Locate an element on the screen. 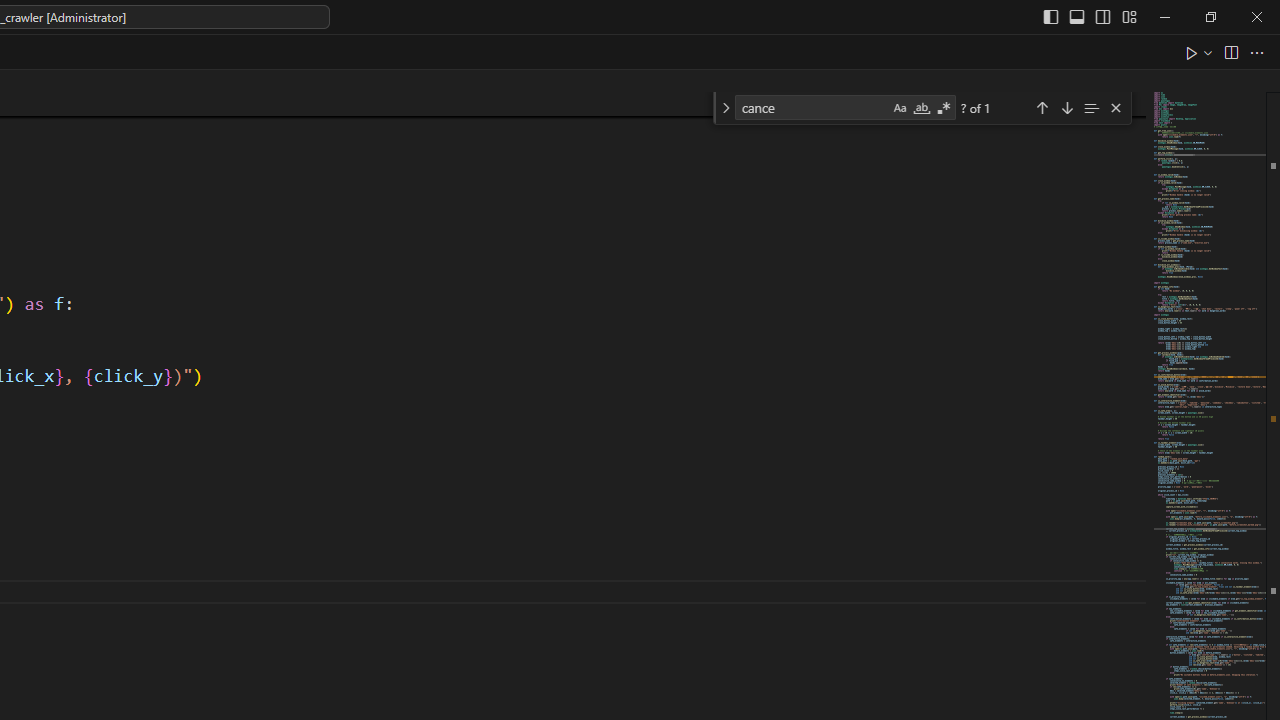 The image size is (1280, 720). 'Use Regular Expression (Alt+R)' is located at coordinates (943, 108).